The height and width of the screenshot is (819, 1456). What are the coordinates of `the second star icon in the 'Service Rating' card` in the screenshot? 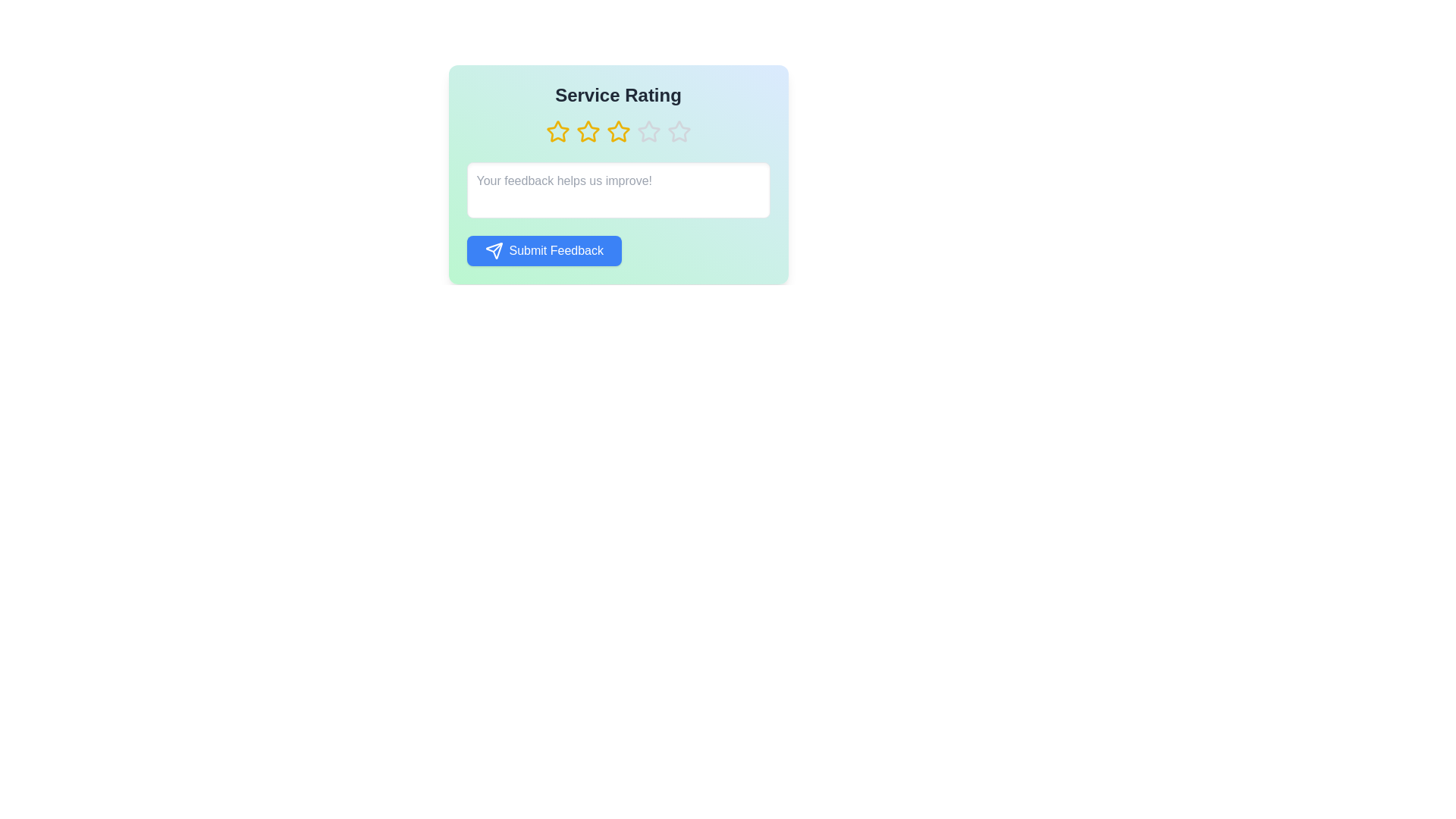 It's located at (557, 130).